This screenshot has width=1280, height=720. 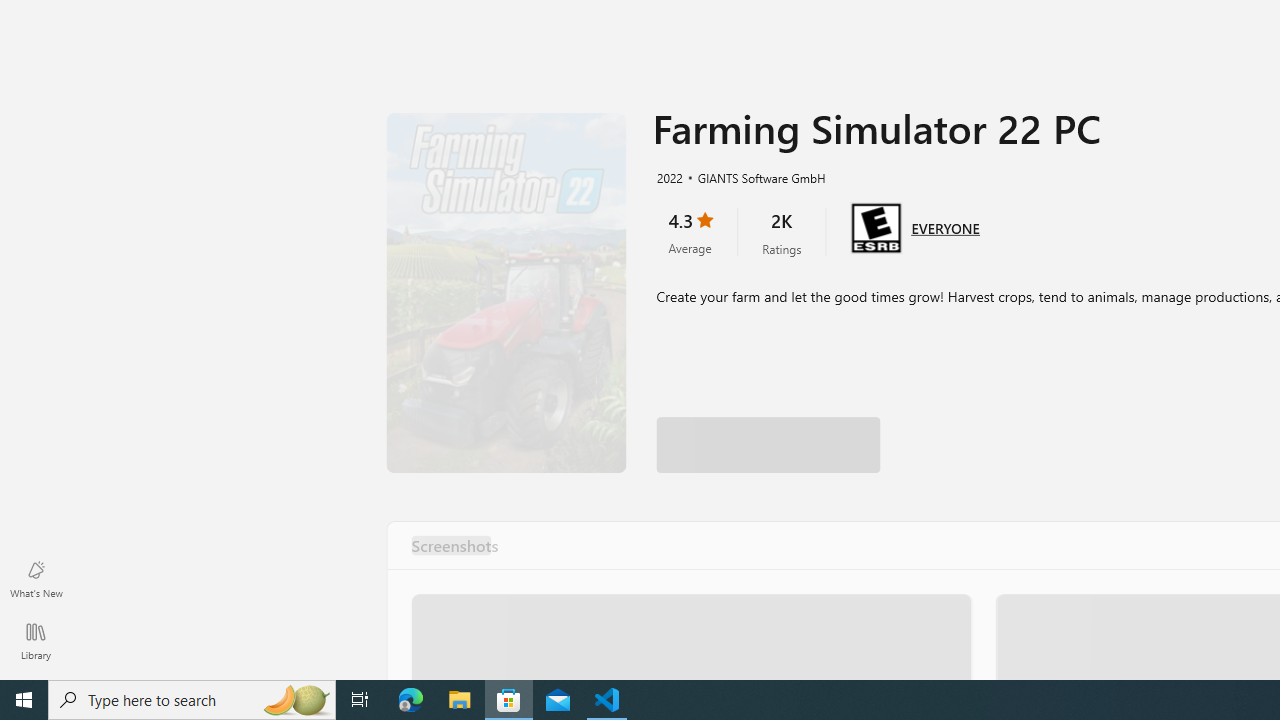 I want to click on 'Play with Game Pass', so click(x=767, y=420).